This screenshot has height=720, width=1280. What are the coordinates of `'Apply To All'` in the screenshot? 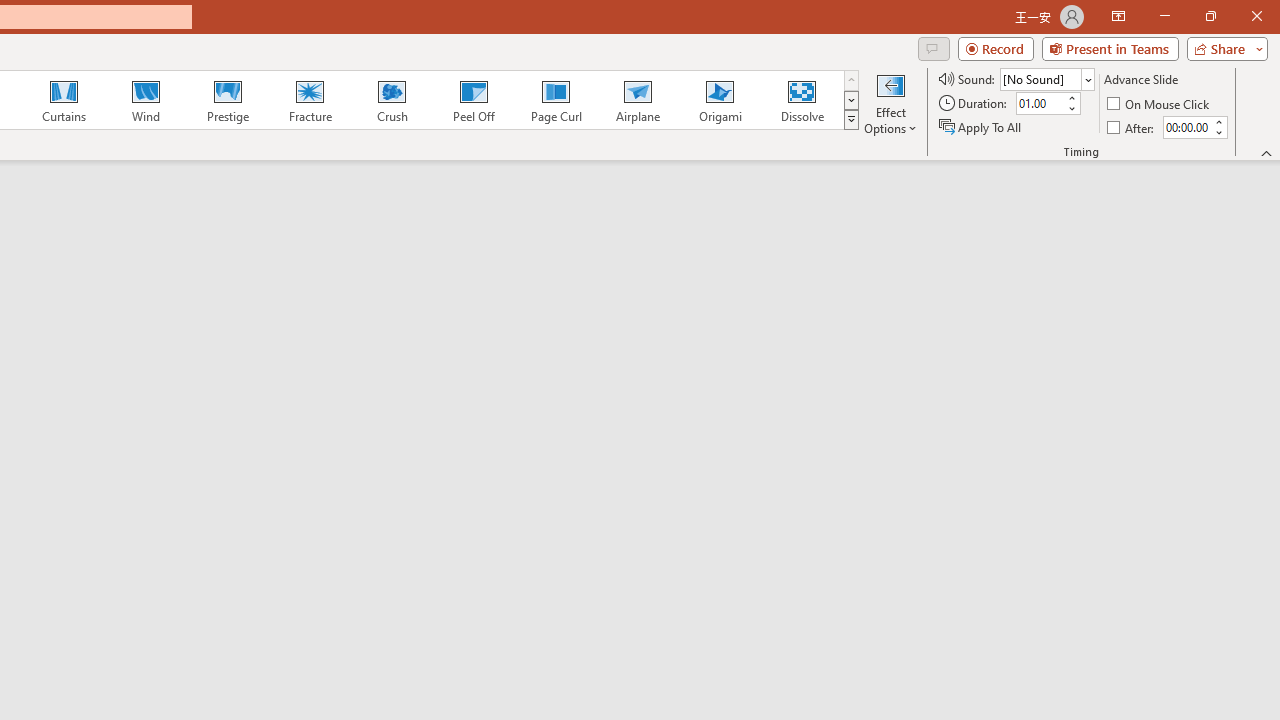 It's located at (981, 127).